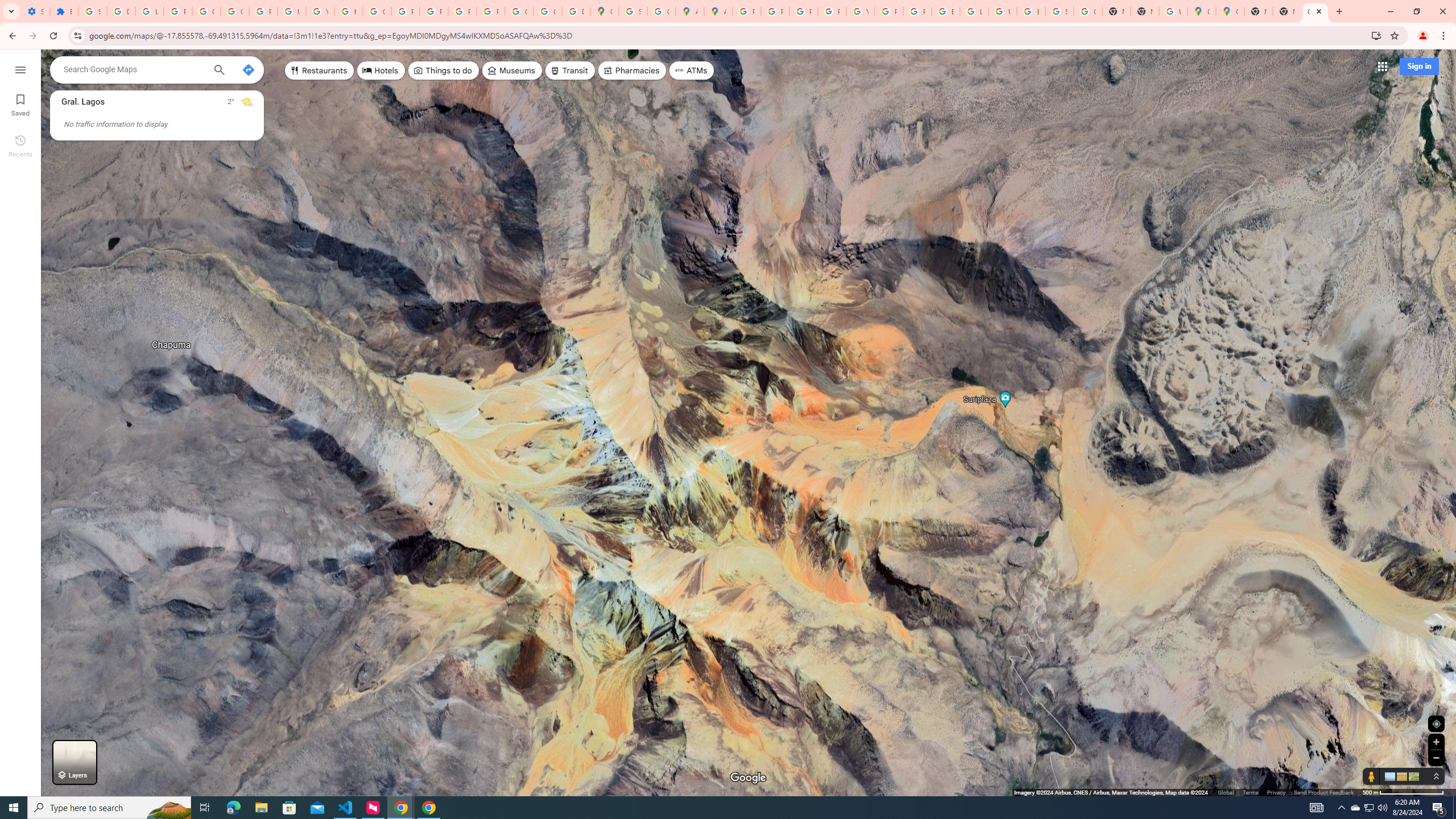  Describe the element at coordinates (74, 762) in the screenshot. I see `'Layers'` at that location.